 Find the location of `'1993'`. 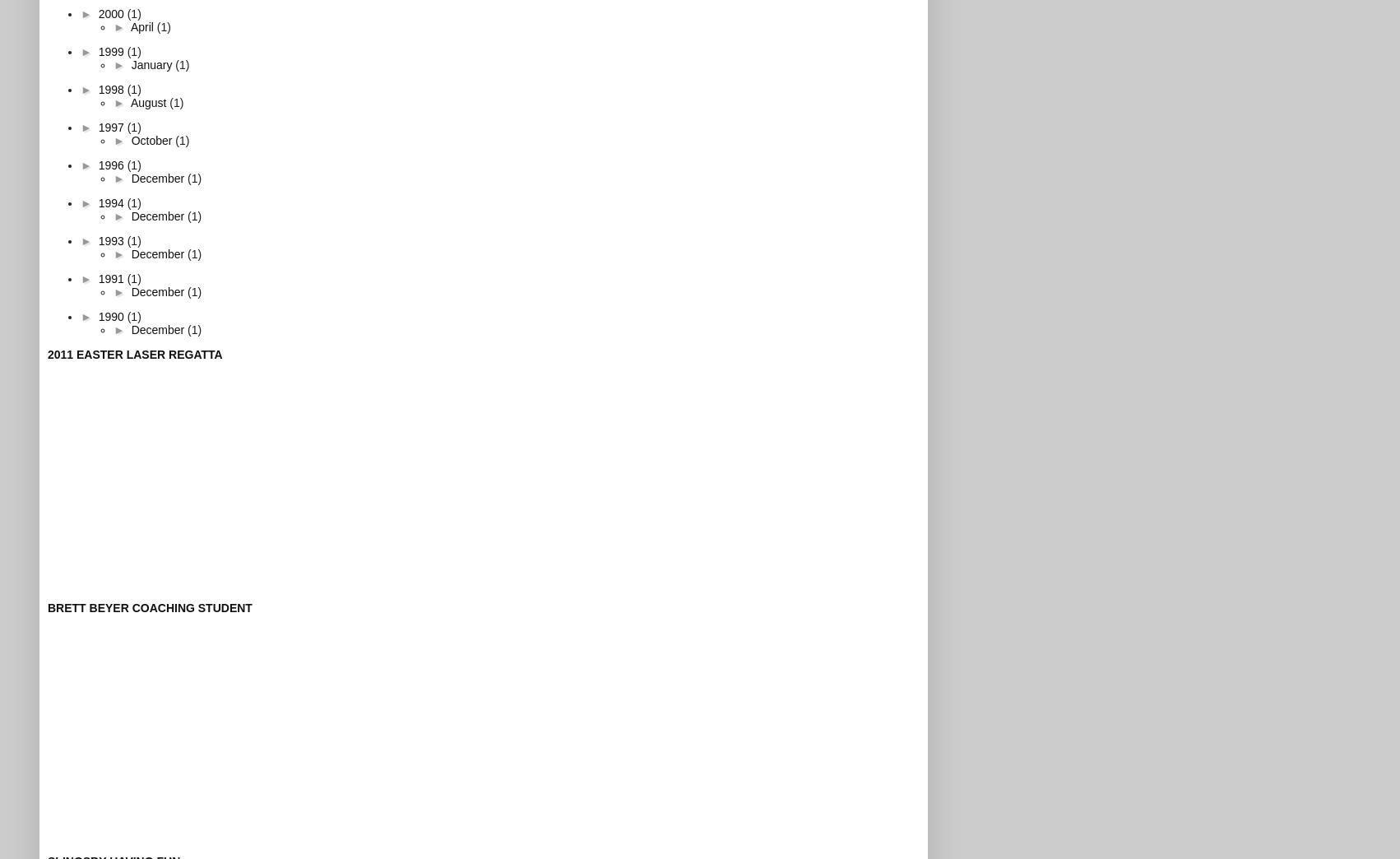

'1993' is located at coordinates (112, 239).